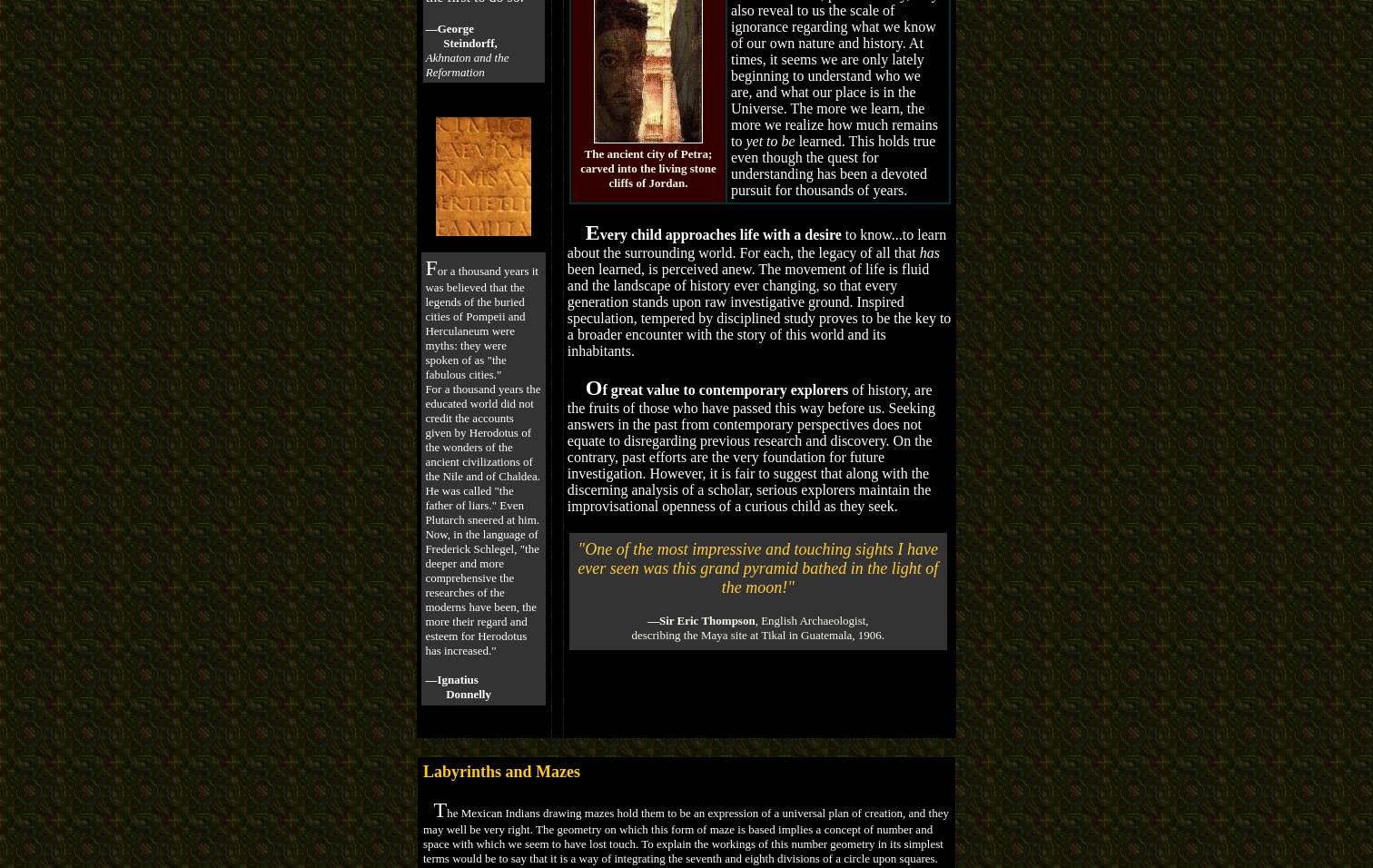  What do you see at coordinates (459, 42) in the screenshot?
I see `'Steindorff,'` at bounding box center [459, 42].